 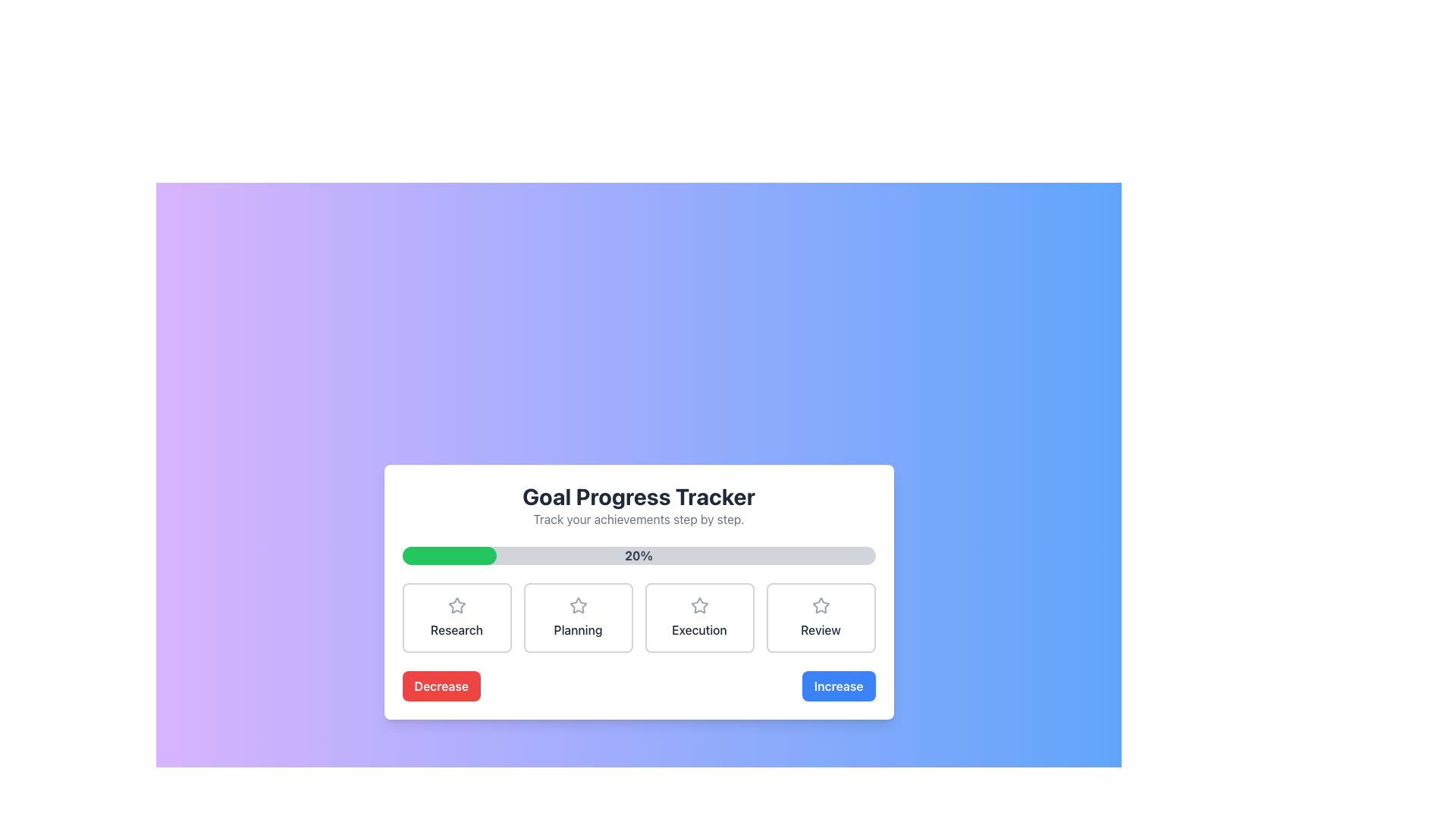 What do you see at coordinates (456, 604) in the screenshot?
I see `the star-shaped SVG icon with a gray outline, which is the first step indicator aligned with the 'Research' label` at bounding box center [456, 604].